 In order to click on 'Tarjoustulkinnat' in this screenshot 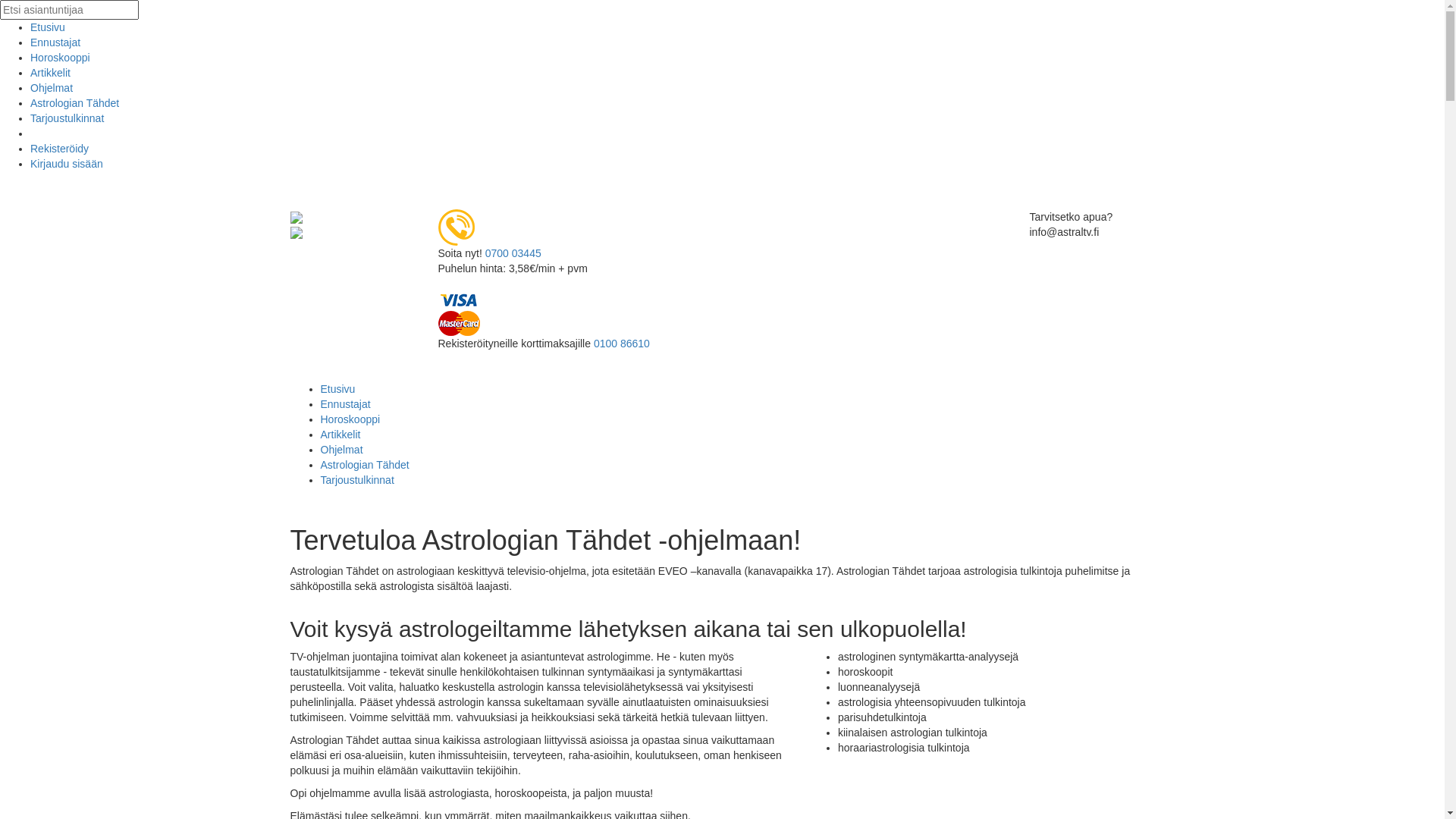, I will do `click(66, 117)`.